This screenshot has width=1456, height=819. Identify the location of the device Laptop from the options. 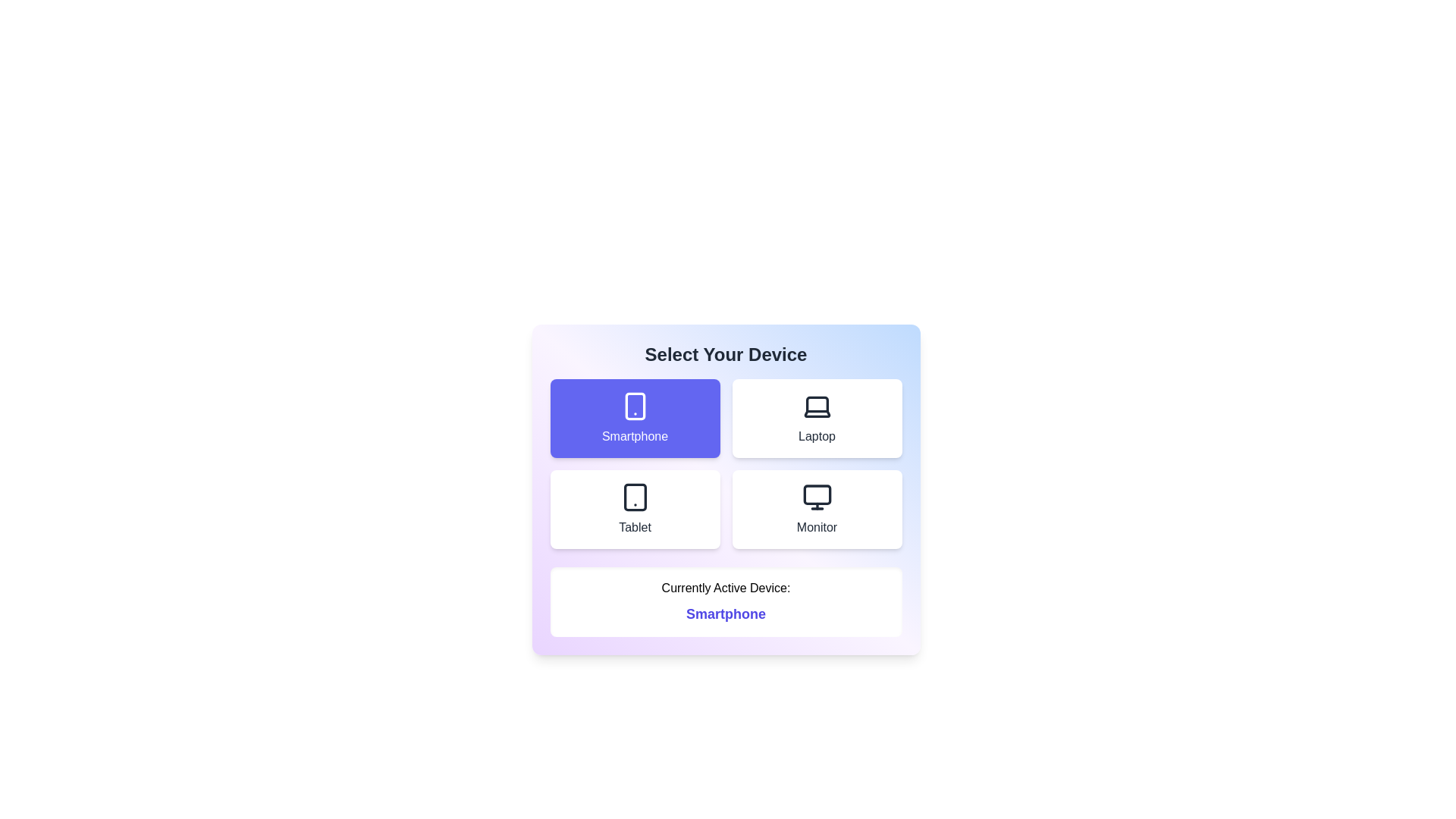
(816, 418).